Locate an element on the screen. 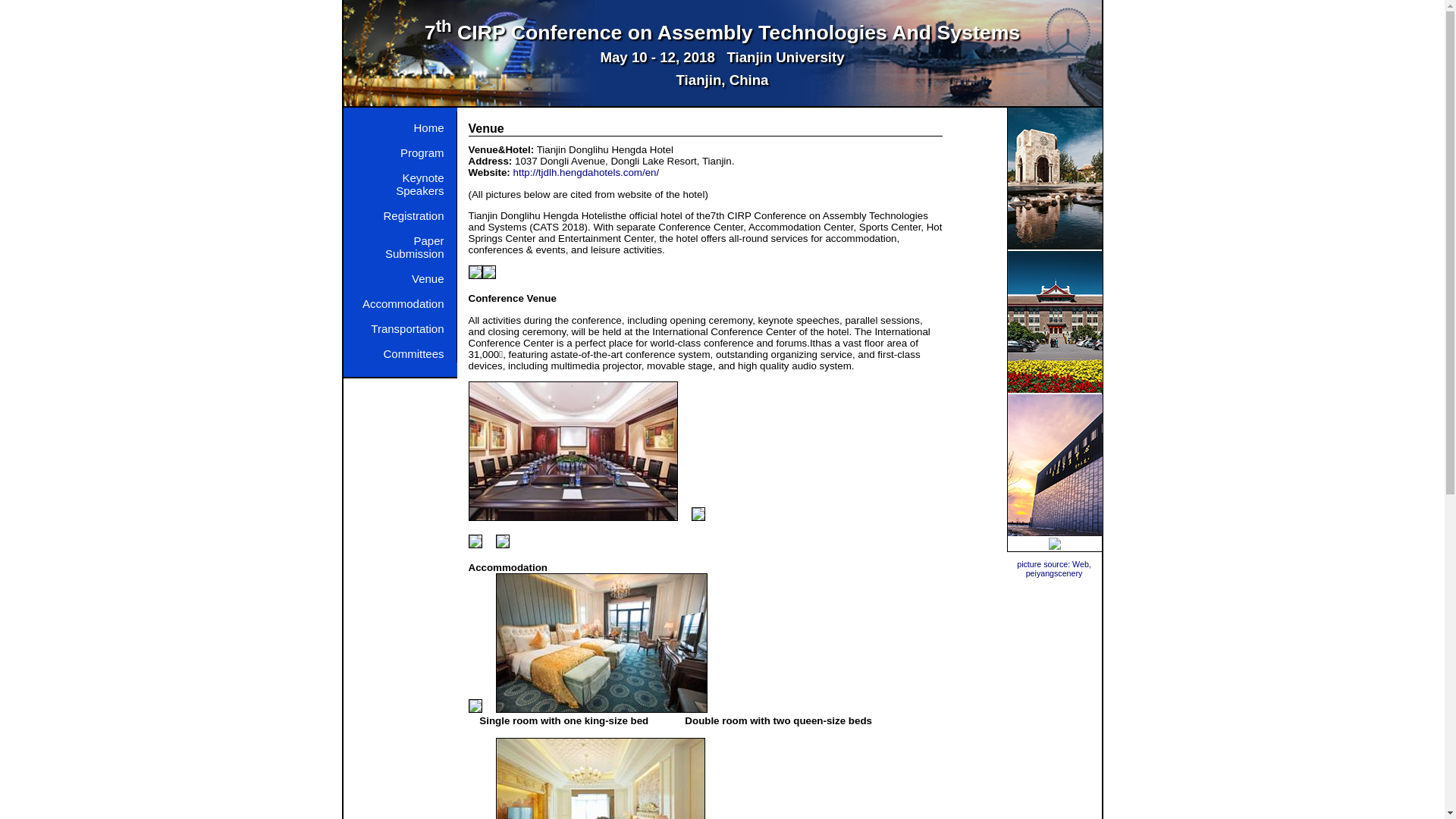  'Transportation' is located at coordinates (353, 324).